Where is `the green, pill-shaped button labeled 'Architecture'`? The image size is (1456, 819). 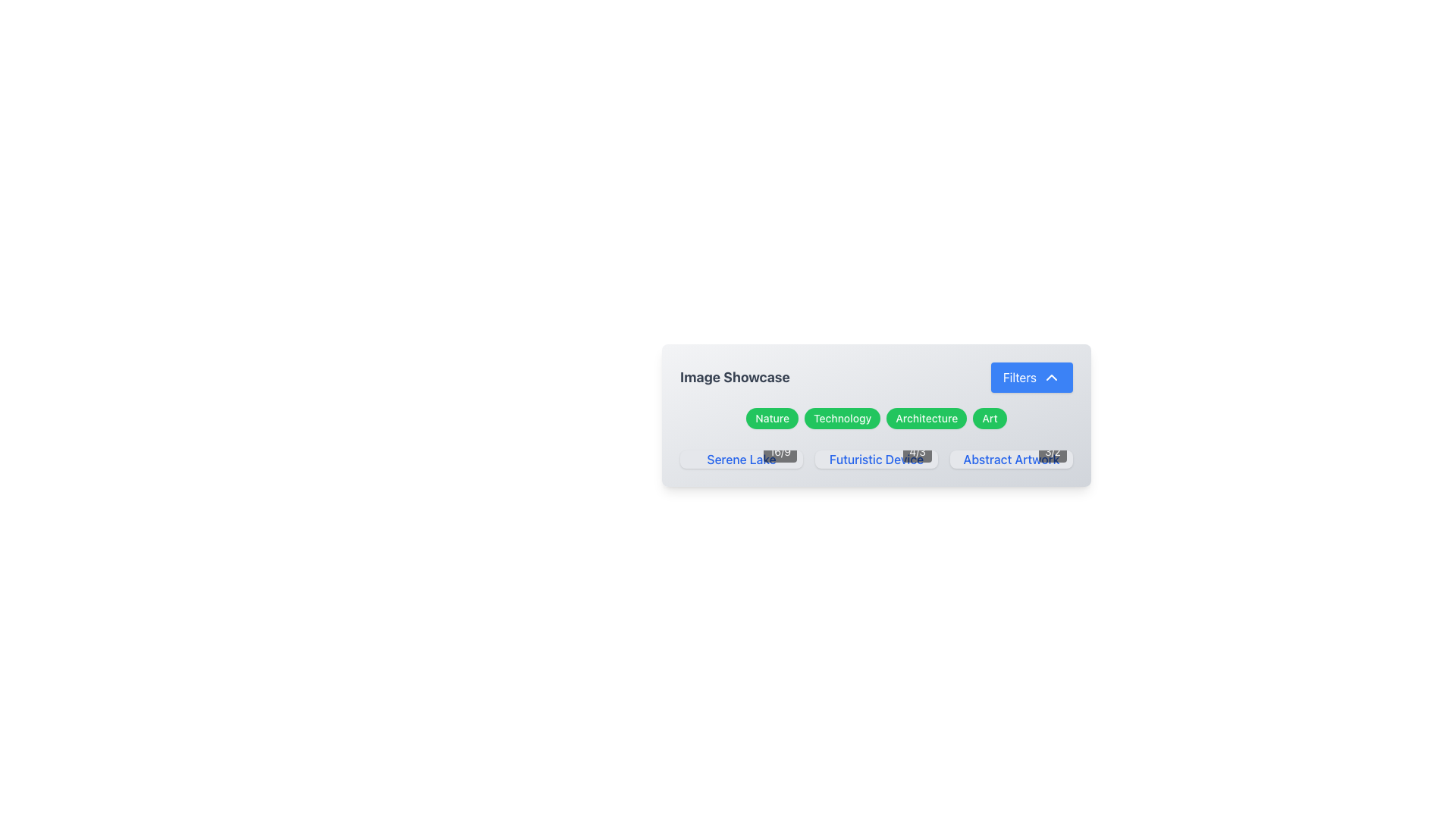 the green, pill-shaped button labeled 'Architecture' is located at coordinates (926, 418).